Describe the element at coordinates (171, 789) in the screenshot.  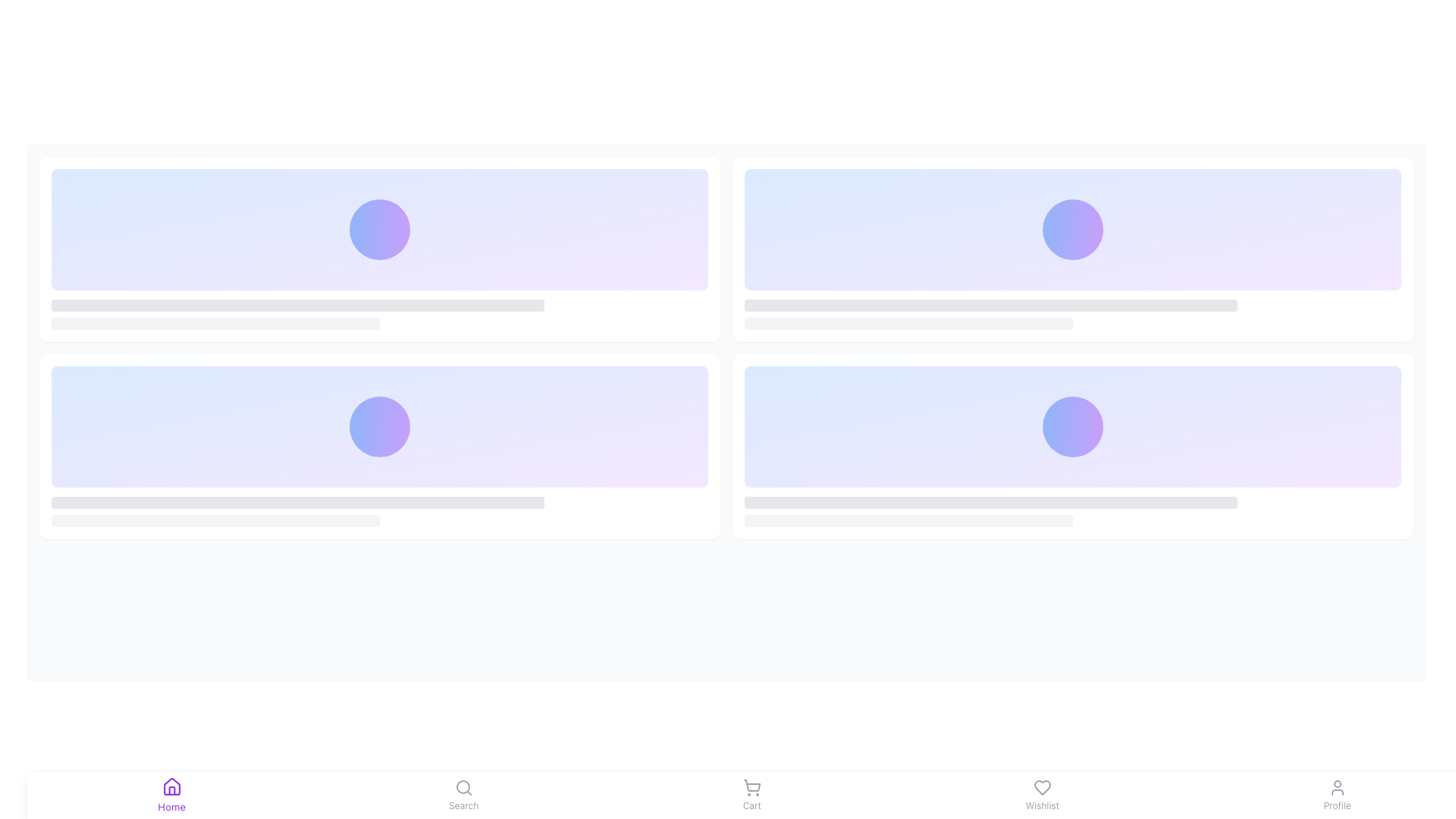
I see `the Icon component representing a house with a door, located in the bottom left corner of the application's footer` at that location.